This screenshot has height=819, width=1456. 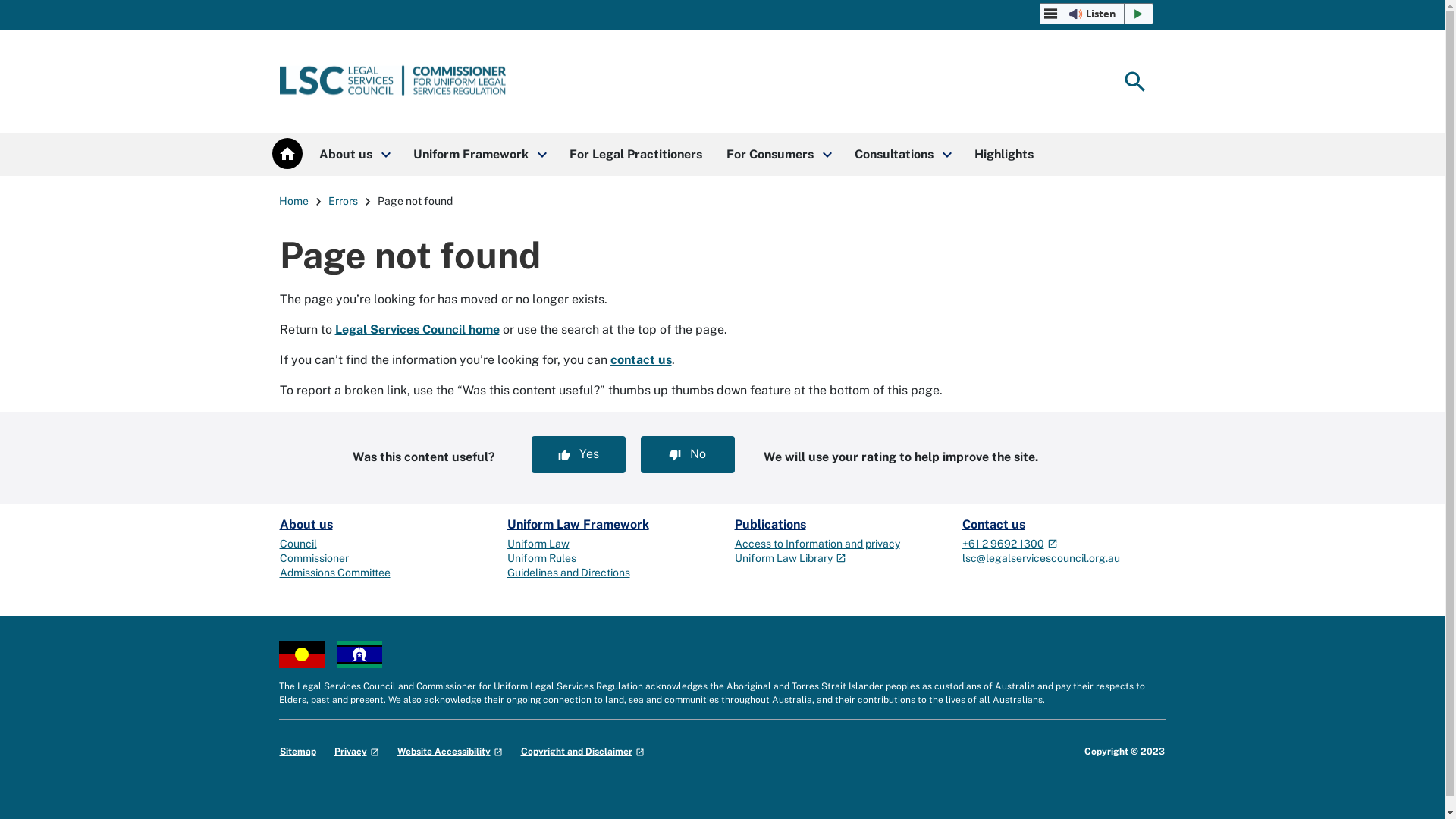 What do you see at coordinates (902, 155) in the screenshot?
I see `'Consultations` at bounding box center [902, 155].